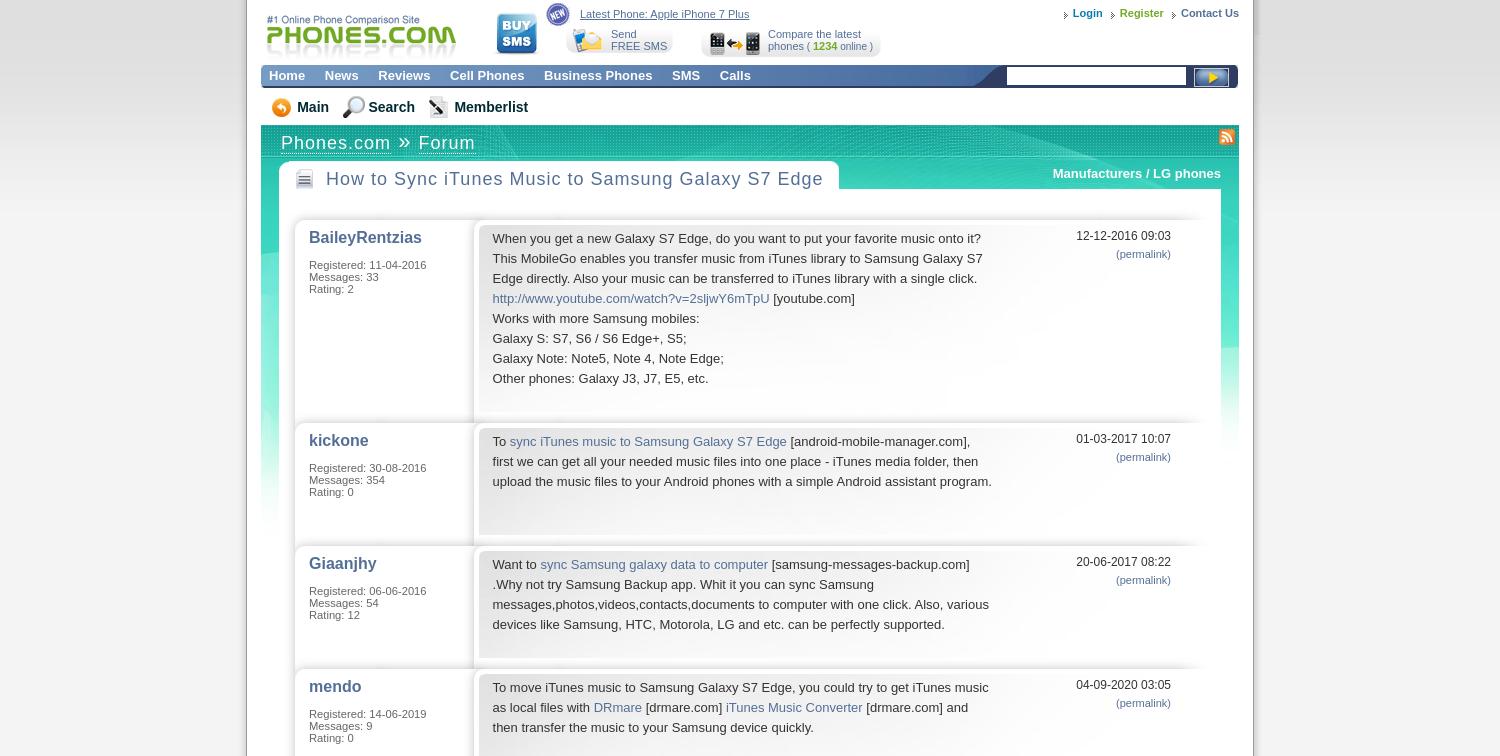  I want to click on '[android-mobile-manager.com], first we can get all your needed music files into one place - iTunes media folder, then upload the music files to your Android phones with a simple Android assistant program.', so click(491, 461).